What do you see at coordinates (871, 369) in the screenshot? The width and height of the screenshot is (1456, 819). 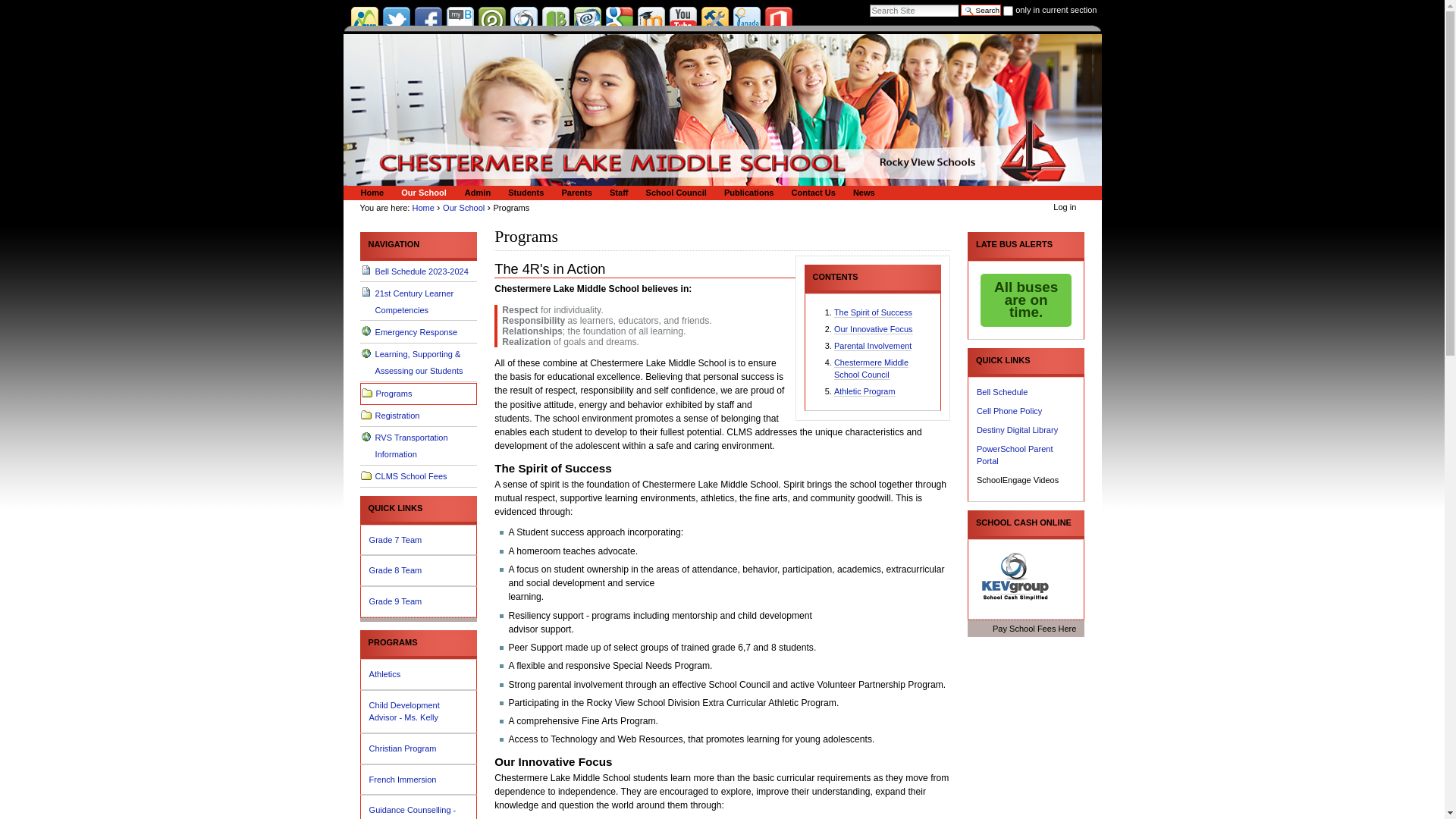 I see `'Chestermere Middle School Council'` at bounding box center [871, 369].